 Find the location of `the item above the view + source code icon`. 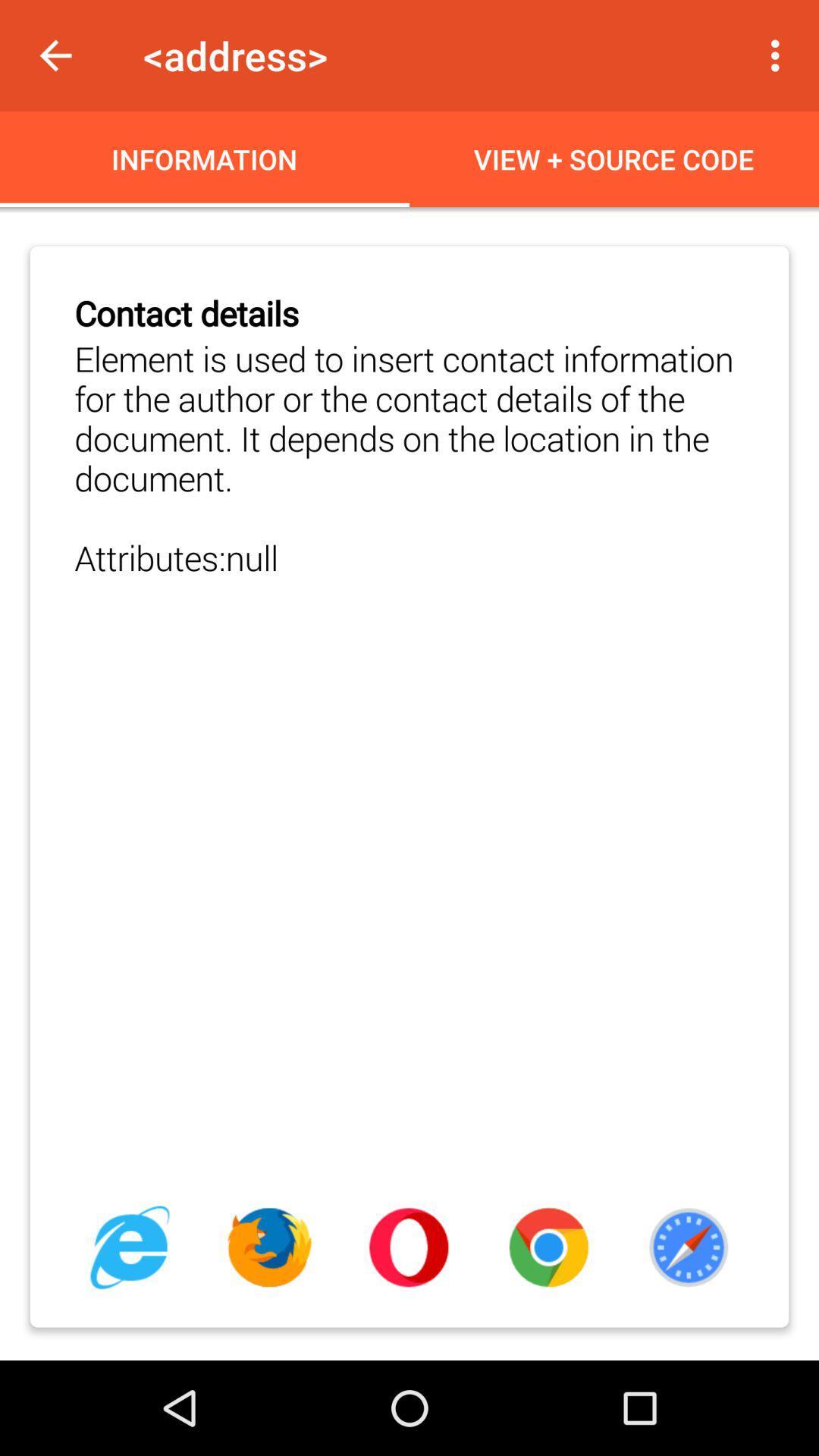

the item above the view + source code icon is located at coordinates (779, 55).